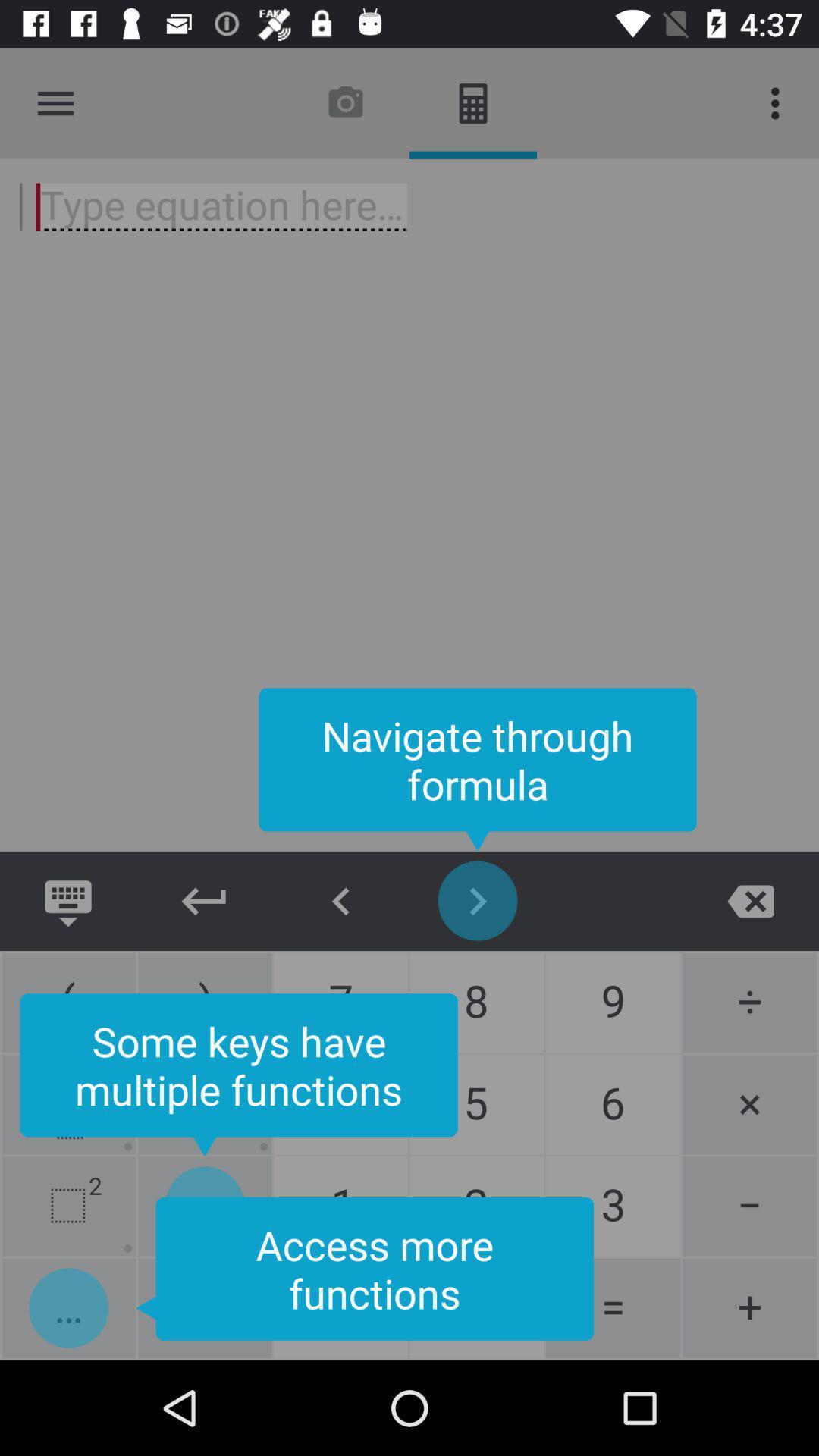  What do you see at coordinates (476, 901) in the screenshot?
I see `this button is use to navigate through formula` at bounding box center [476, 901].